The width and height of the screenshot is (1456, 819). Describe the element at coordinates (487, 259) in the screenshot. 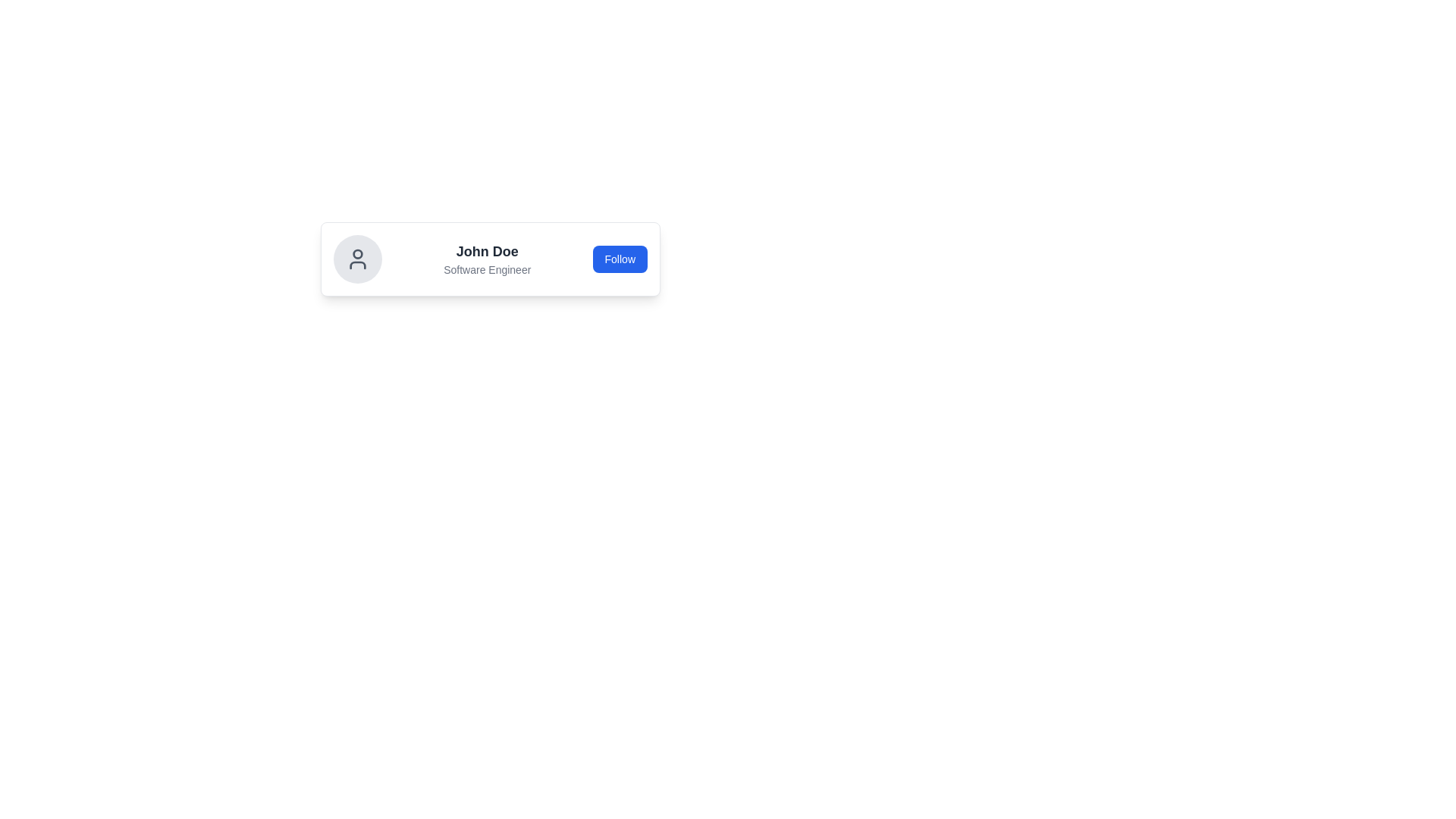

I see `displayed text from the text block featuring 'John Doe' and 'Software Engineer', which is centrally positioned within a bordered card` at that location.